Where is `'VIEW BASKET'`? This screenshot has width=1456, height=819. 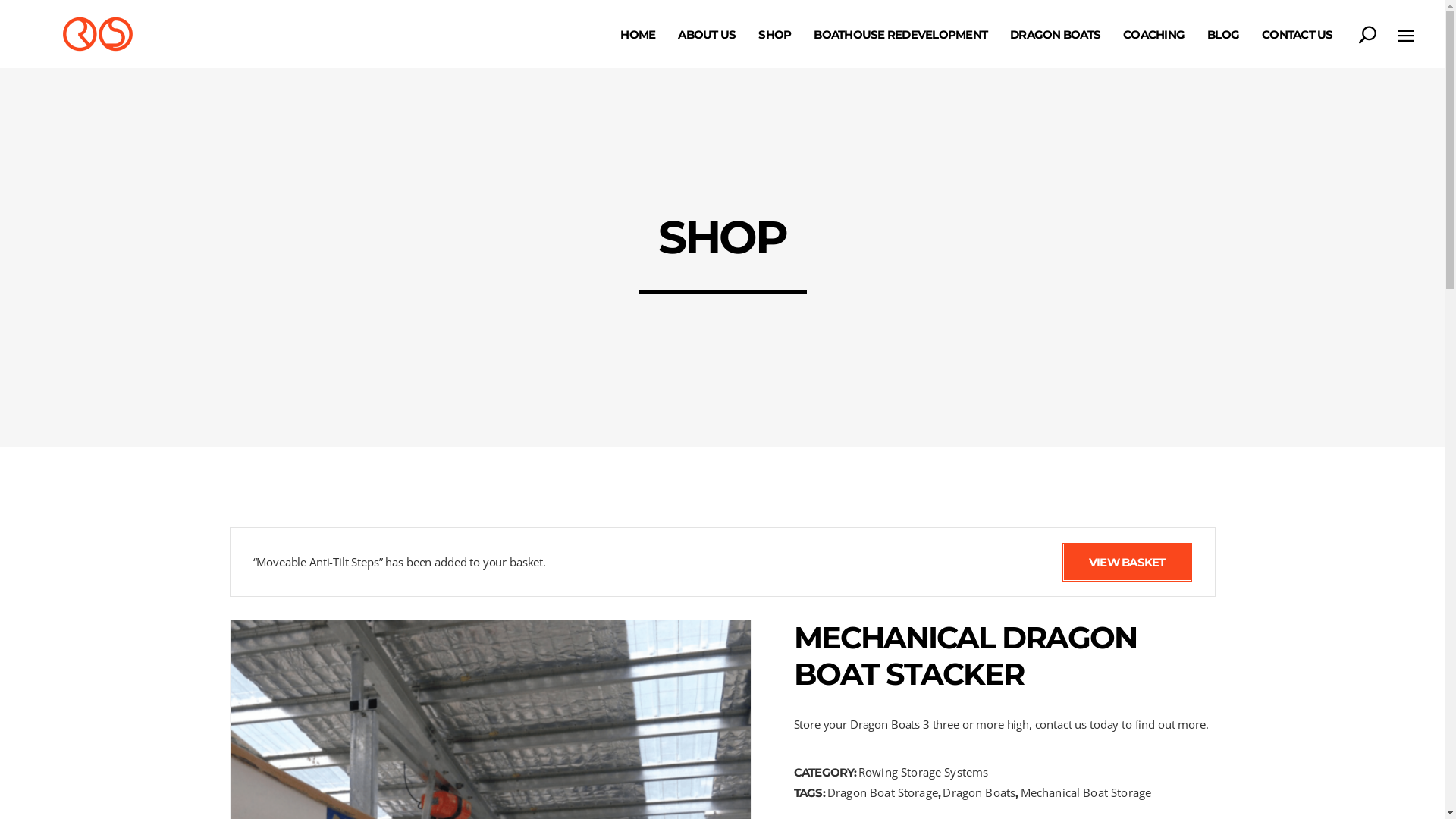 'VIEW BASKET' is located at coordinates (1127, 562).